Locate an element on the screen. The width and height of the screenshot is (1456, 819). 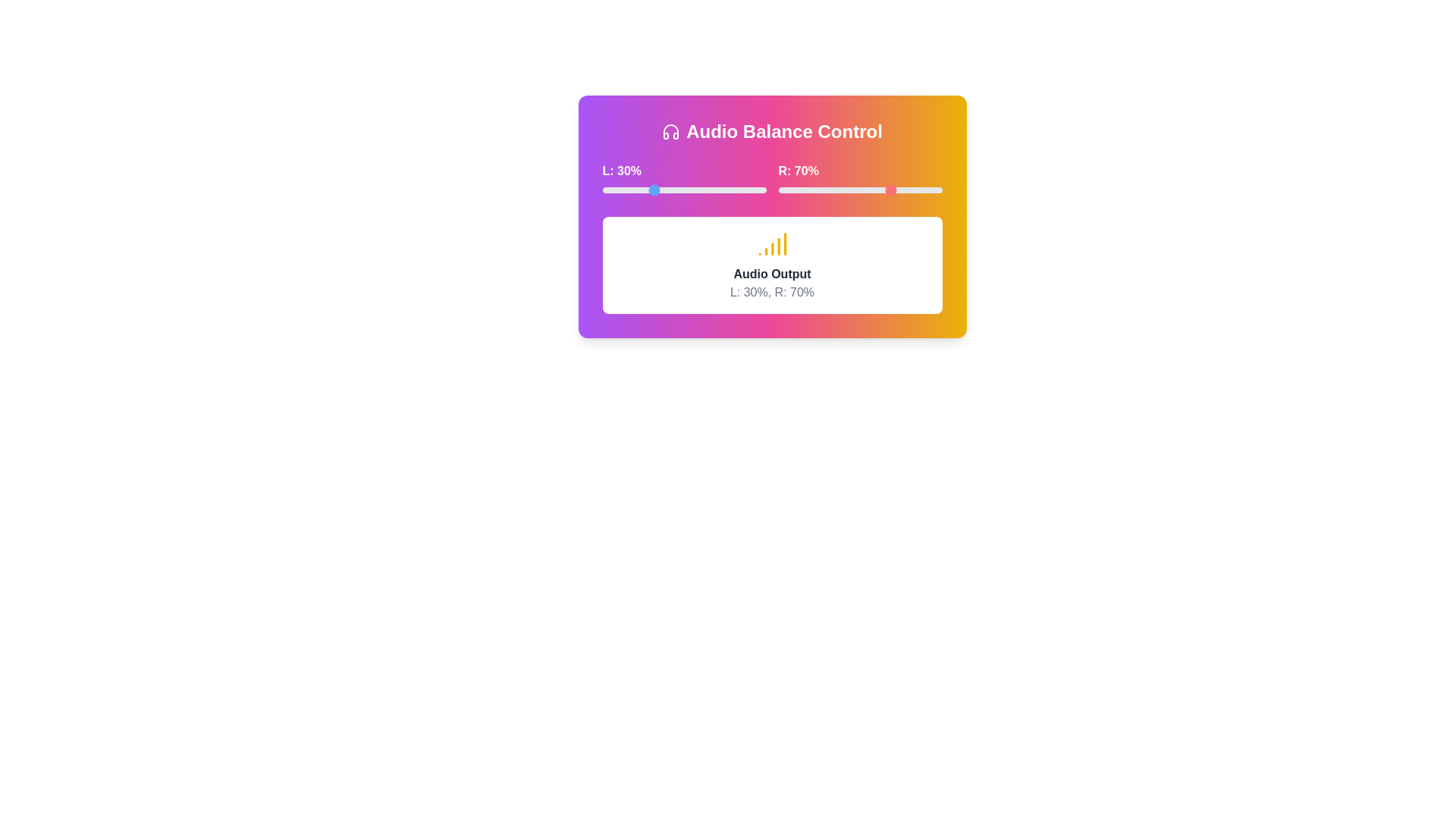
the right volume slider to 16% is located at coordinates (803, 189).